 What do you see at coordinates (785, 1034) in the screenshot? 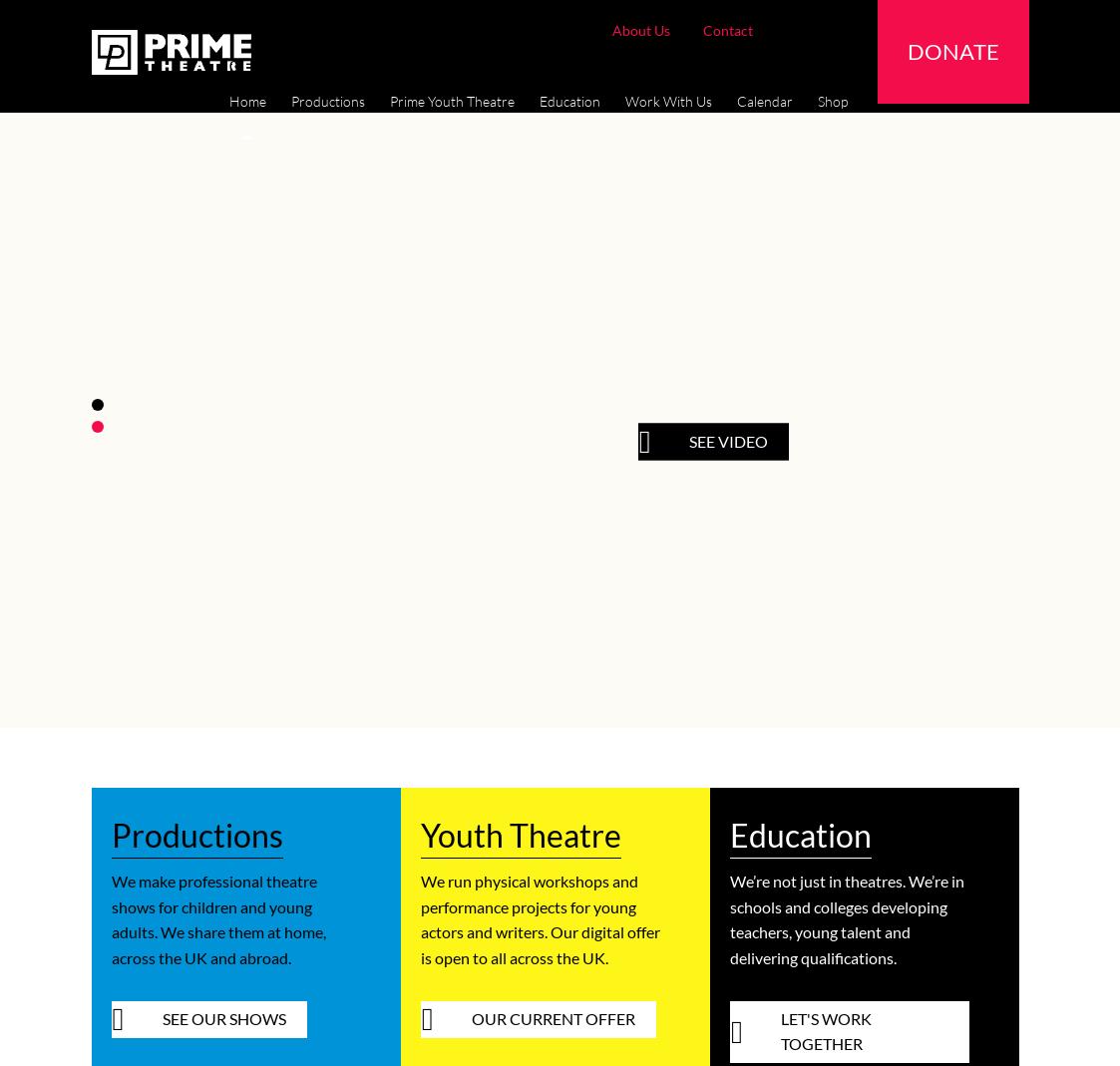
I see `'Creating a new world'` at bounding box center [785, 1034].